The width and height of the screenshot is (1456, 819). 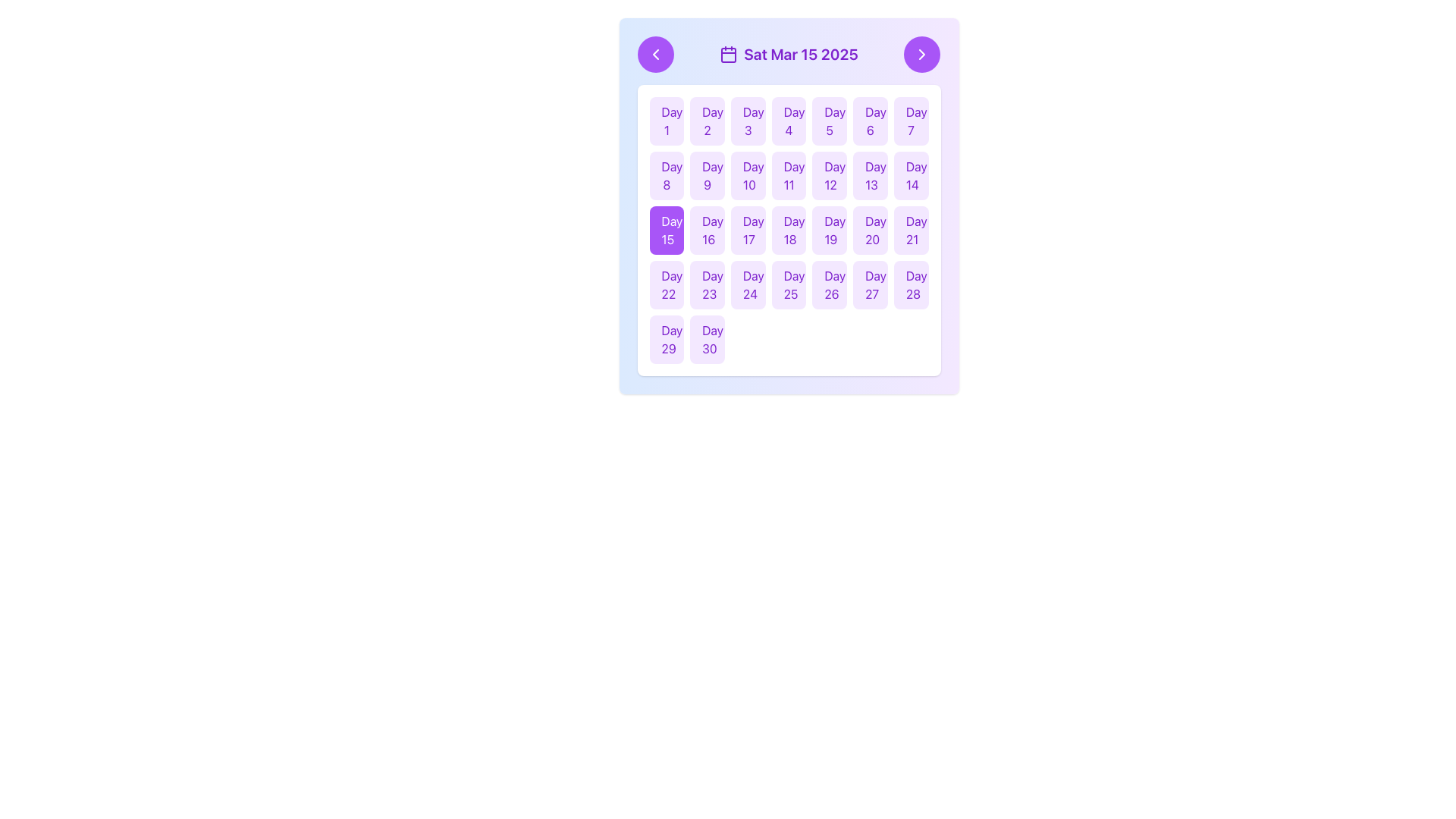 What do you see at coordinates (789, 231) in the screenshot?
I see `the 'Day 18' button, which is located in the fourth row and third column of the grid layout for day selection` at bounding box center [789, 231].